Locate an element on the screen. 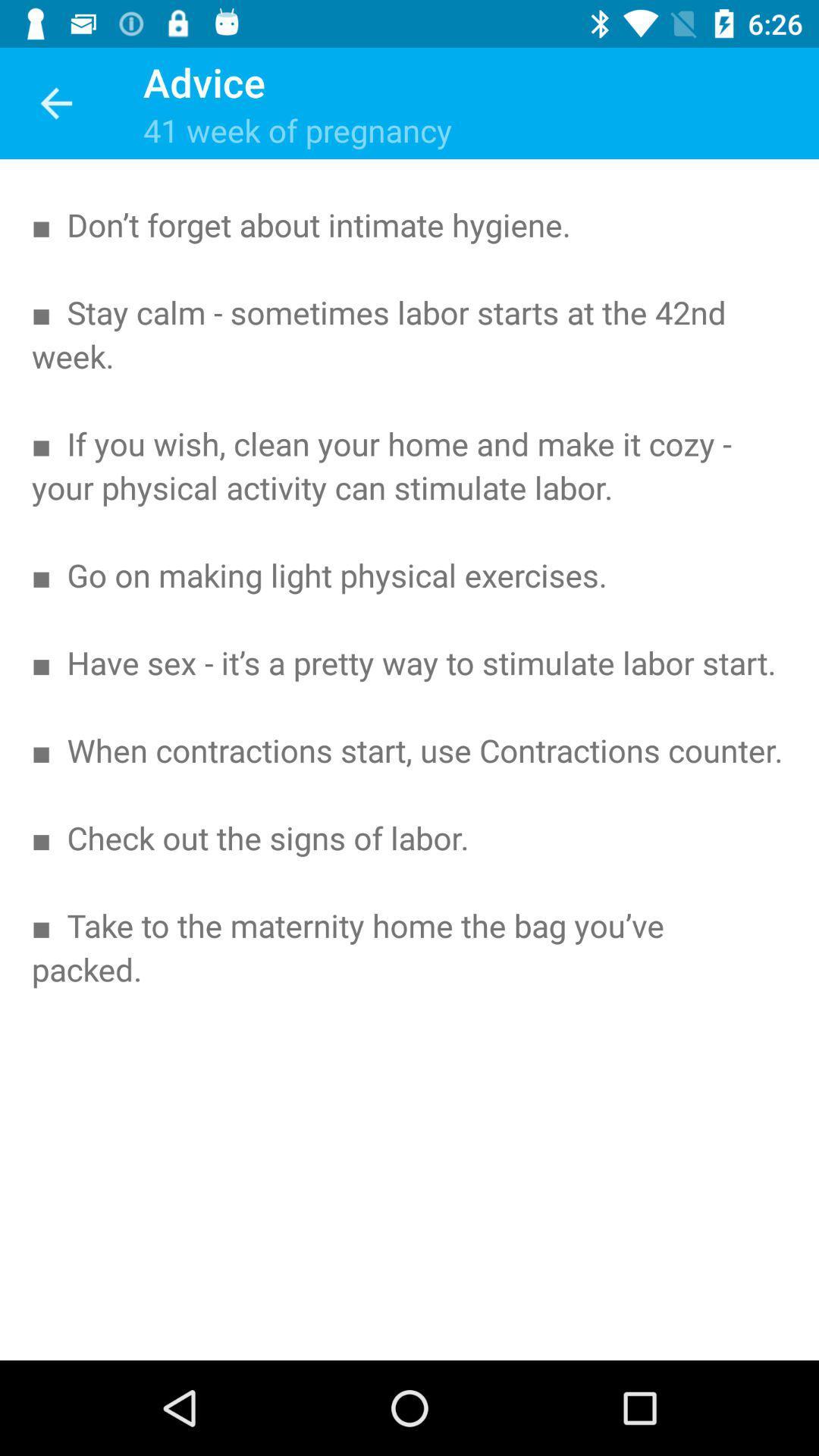 The width and height of the screenshot is (819, 1456). the item next to advice icon is located at coordinates (55, 102).